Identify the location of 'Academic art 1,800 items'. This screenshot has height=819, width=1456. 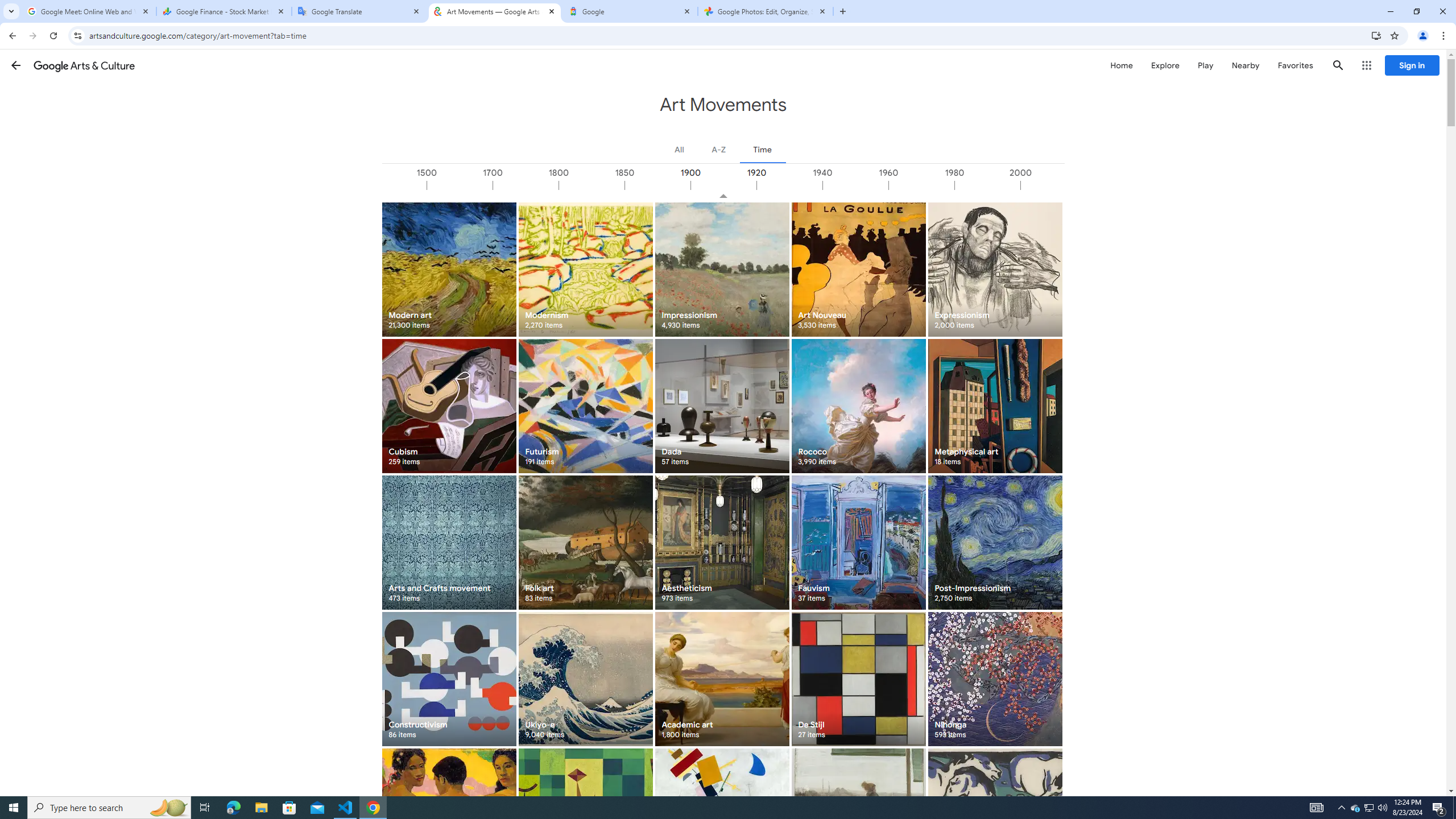
(721, 678).